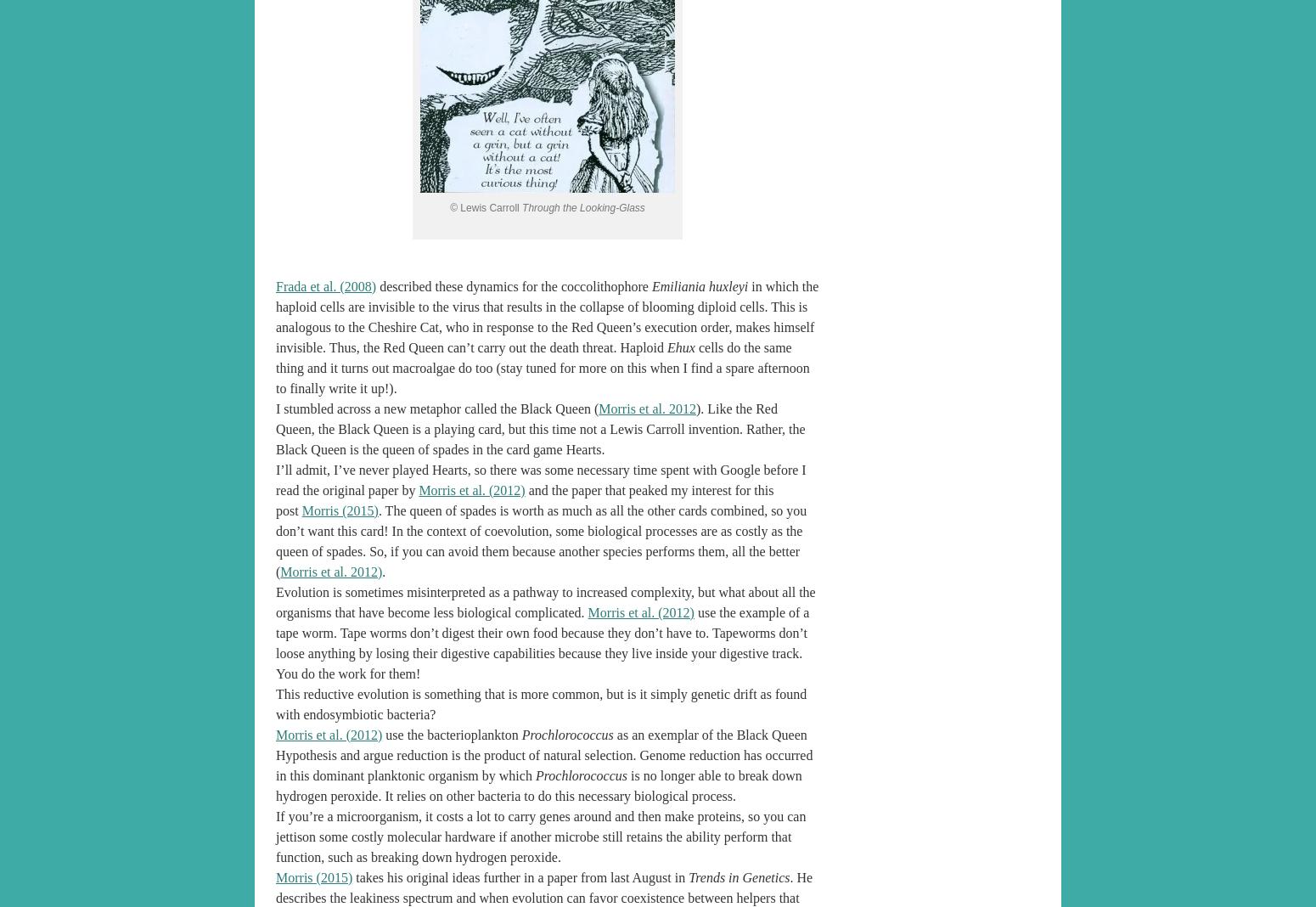  What do you see at coordinates (383, 571) in the screenshot?
I see `'.'` at bounding box center [383, 571].